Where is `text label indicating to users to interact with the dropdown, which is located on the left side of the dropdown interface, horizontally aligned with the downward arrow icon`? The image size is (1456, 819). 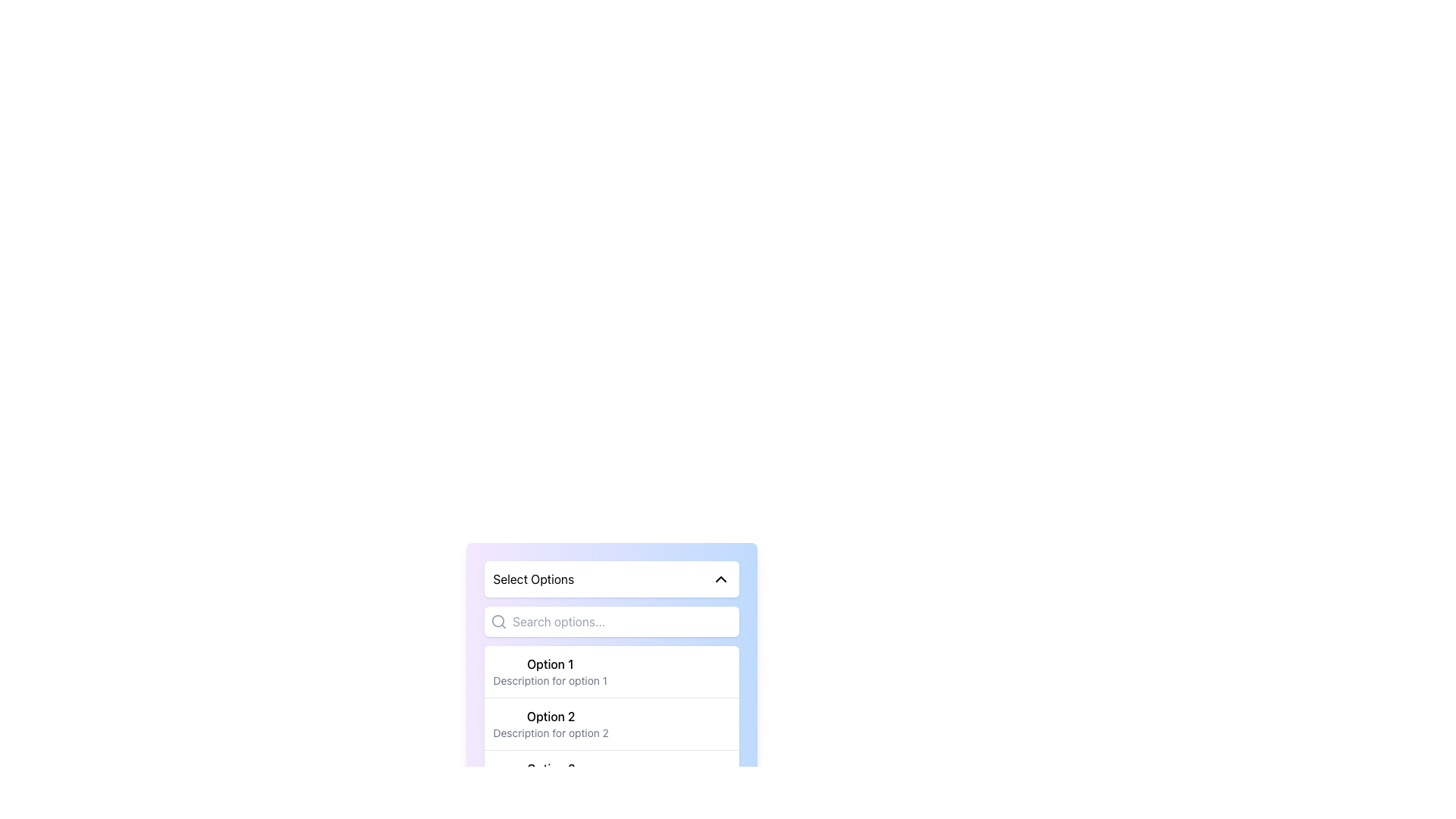
text label indicating to users to interact with the dropdown, which is located on the left side of the dropdown interface, horizontally aligned with the downward arrow icon is located at coordinates (533, 579).